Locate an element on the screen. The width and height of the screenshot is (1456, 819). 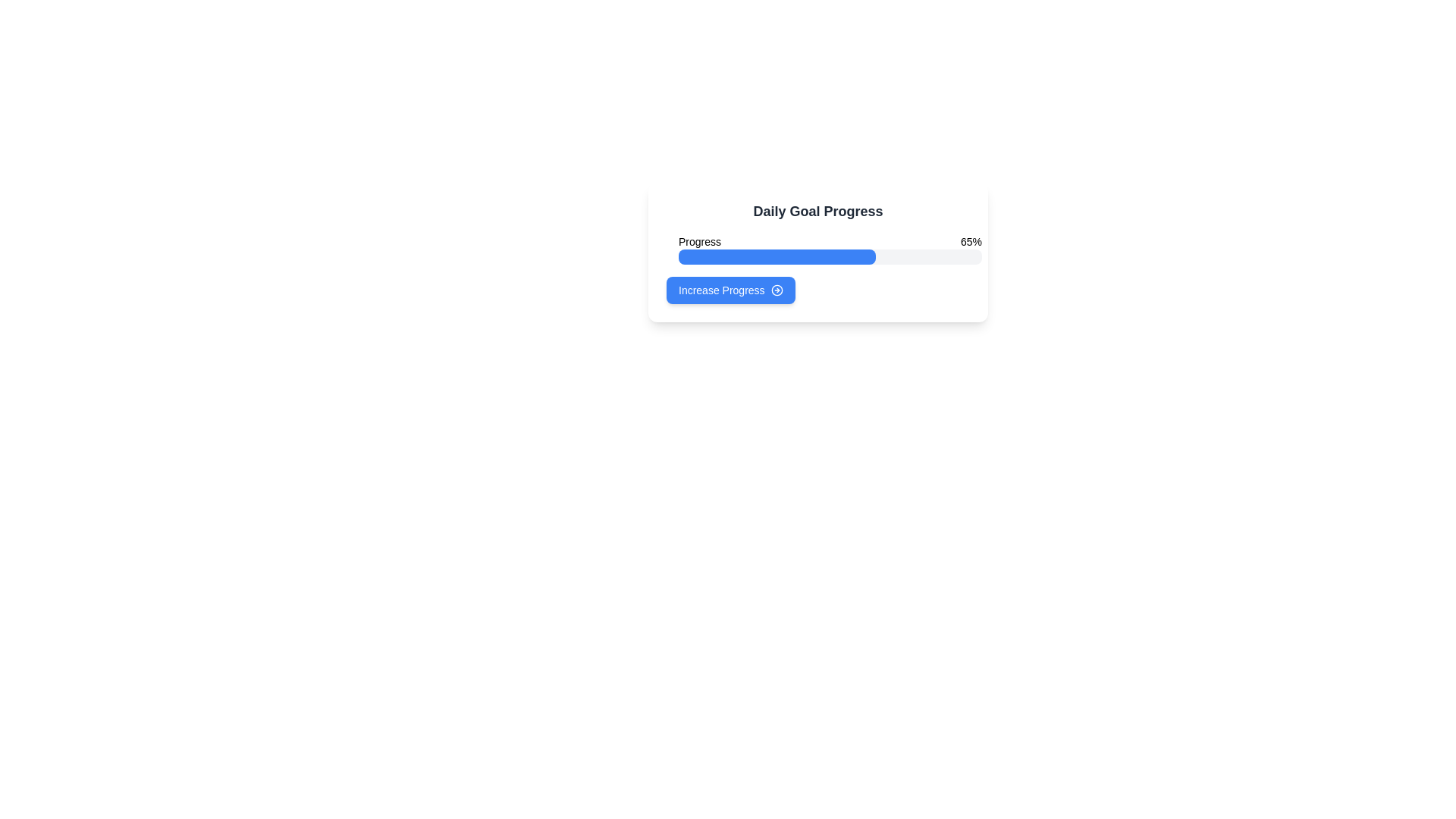
the Text Label that provides a description related to the progress tracking feature to check for a tooltip is located at coordinates (817, 211).